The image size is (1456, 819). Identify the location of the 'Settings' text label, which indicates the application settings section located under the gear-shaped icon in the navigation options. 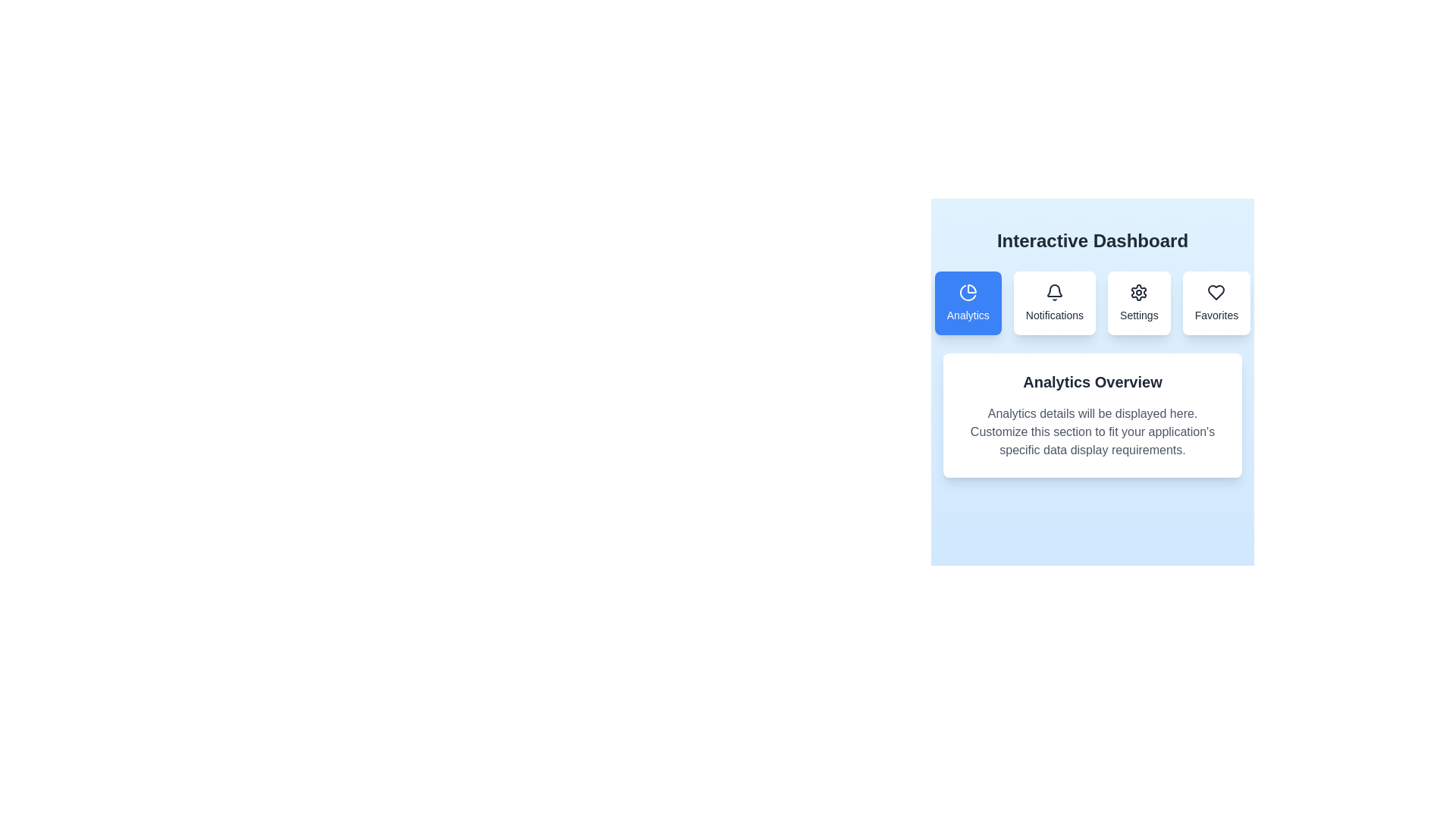
(1139, 315).